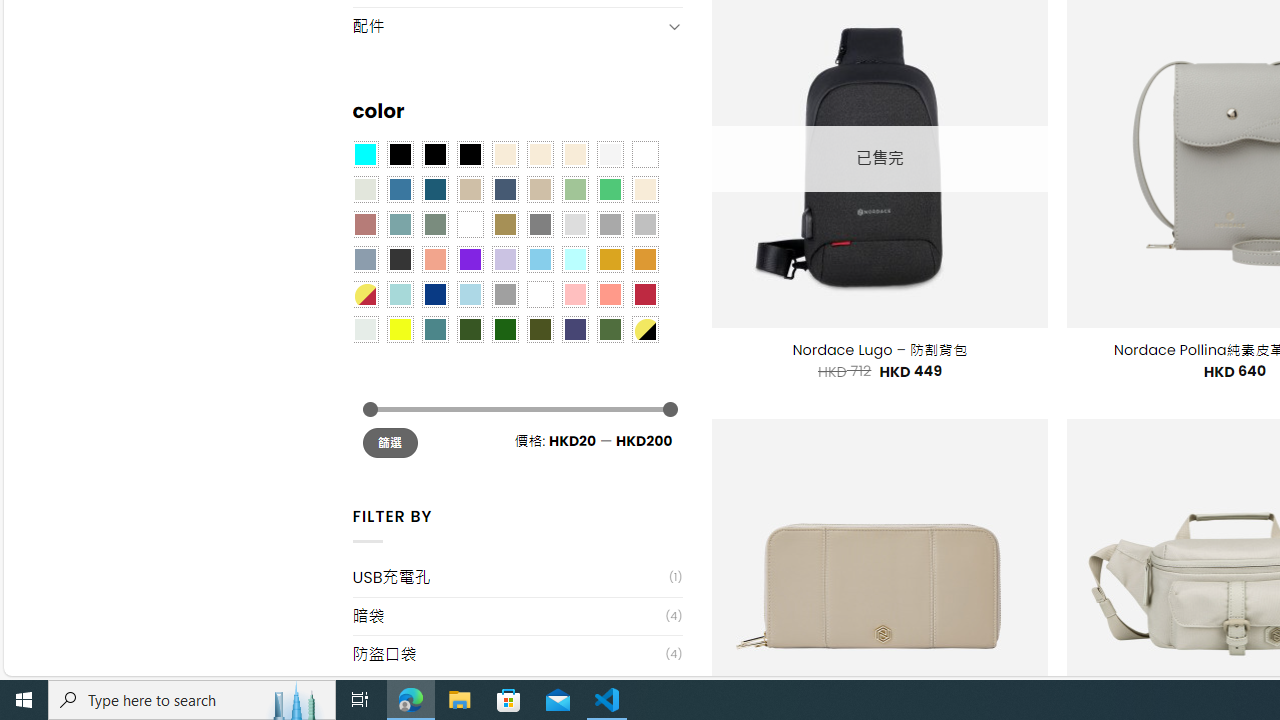 This screenshot has height=720, width=1280. What do you see at coordinates (573, 153) in the screenshot?
I see `'Cream'` at bounding box center [573, 153].